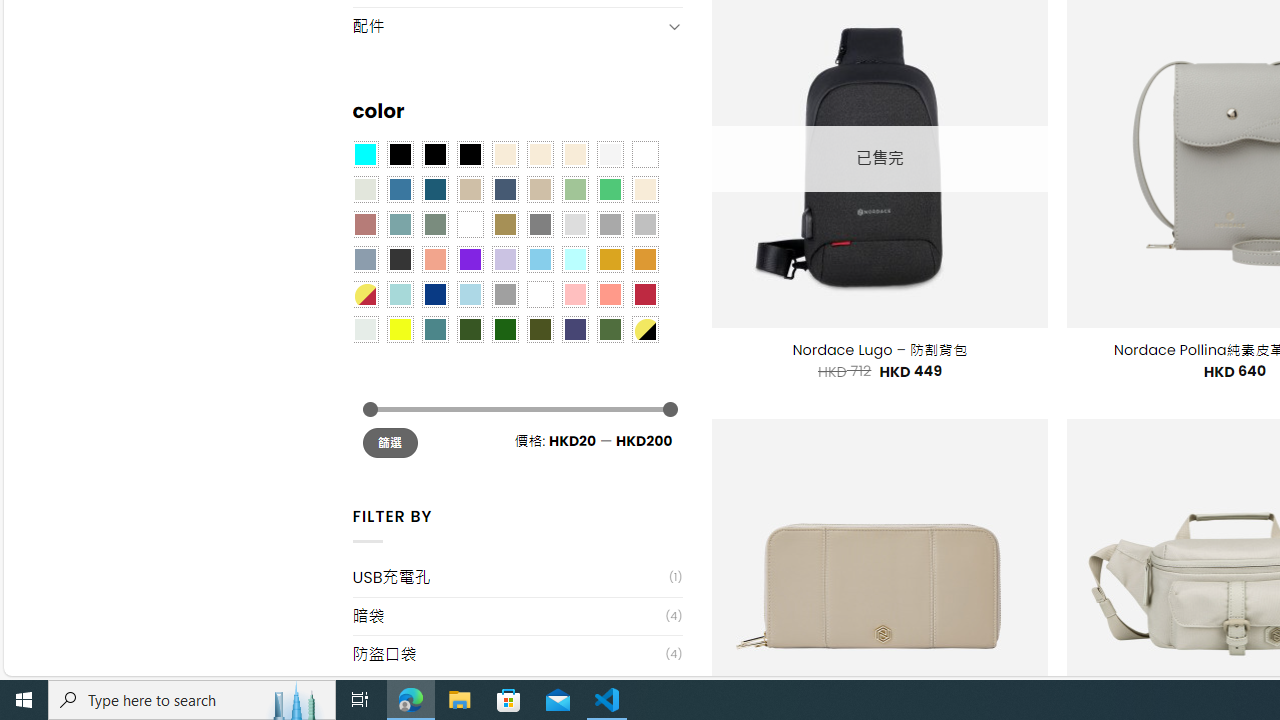 This screenshot has height=720, width=1280. What do you see at coordinates (573, 153) in the screenshot?
I see `'Cream'` at bounding box center [573, 153].